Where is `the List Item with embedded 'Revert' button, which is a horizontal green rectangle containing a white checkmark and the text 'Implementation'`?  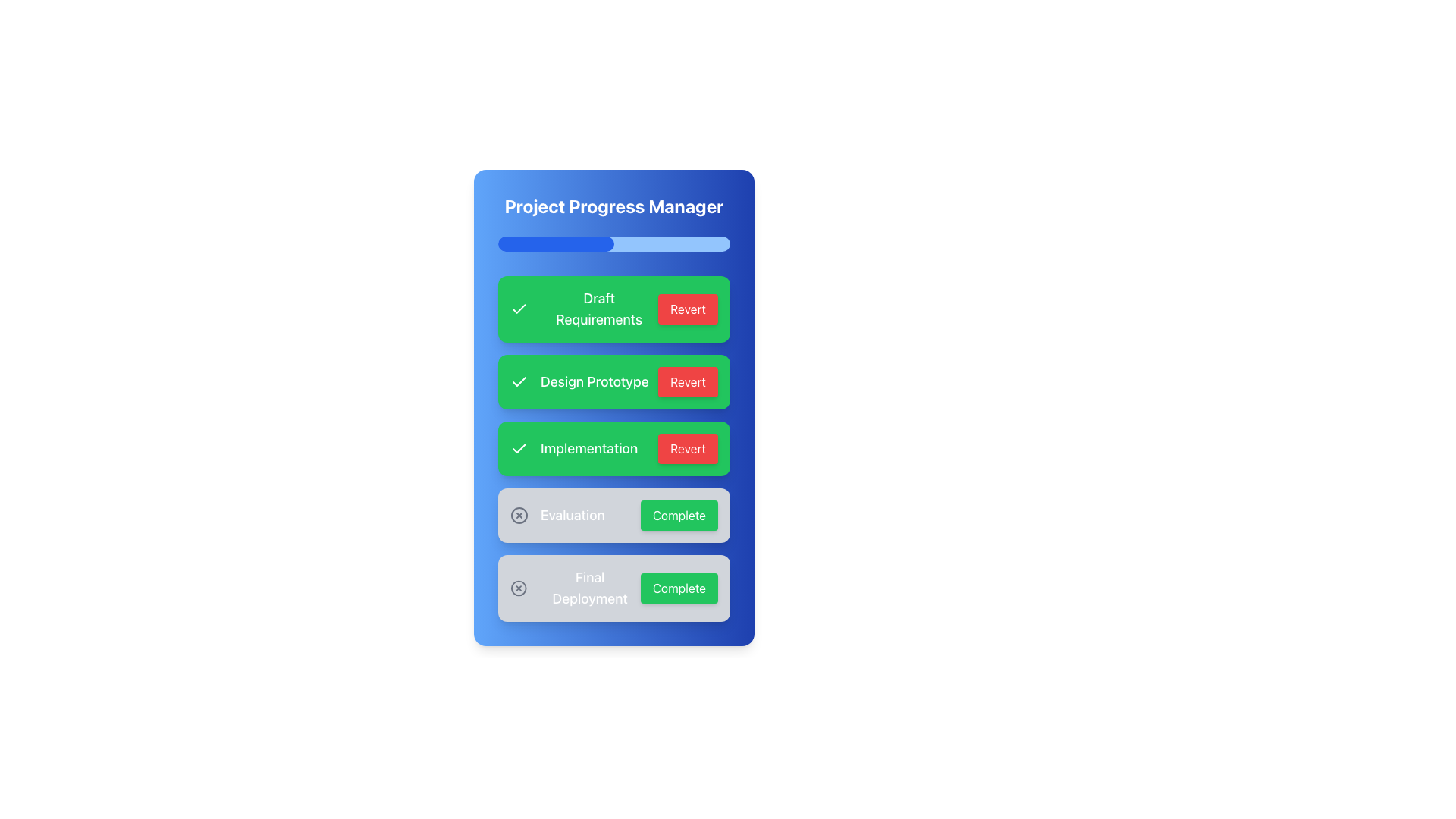 the List Item with embedded 'Revert' button, which is a horizontal green rectangle containing a white checkmark and the text 'Implementation' is located at coordinates (614, 447).